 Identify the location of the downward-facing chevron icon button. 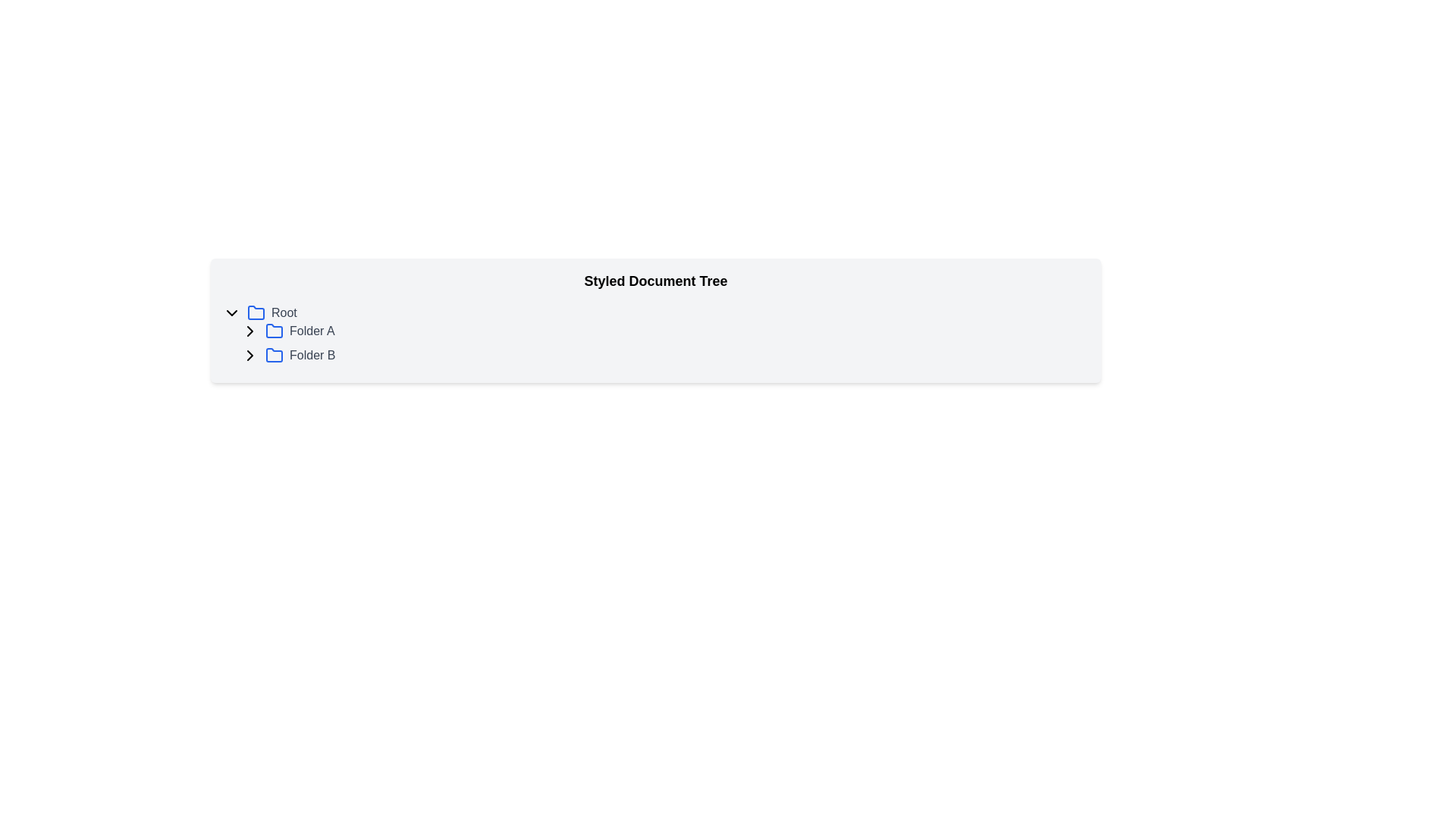
(231, 312).